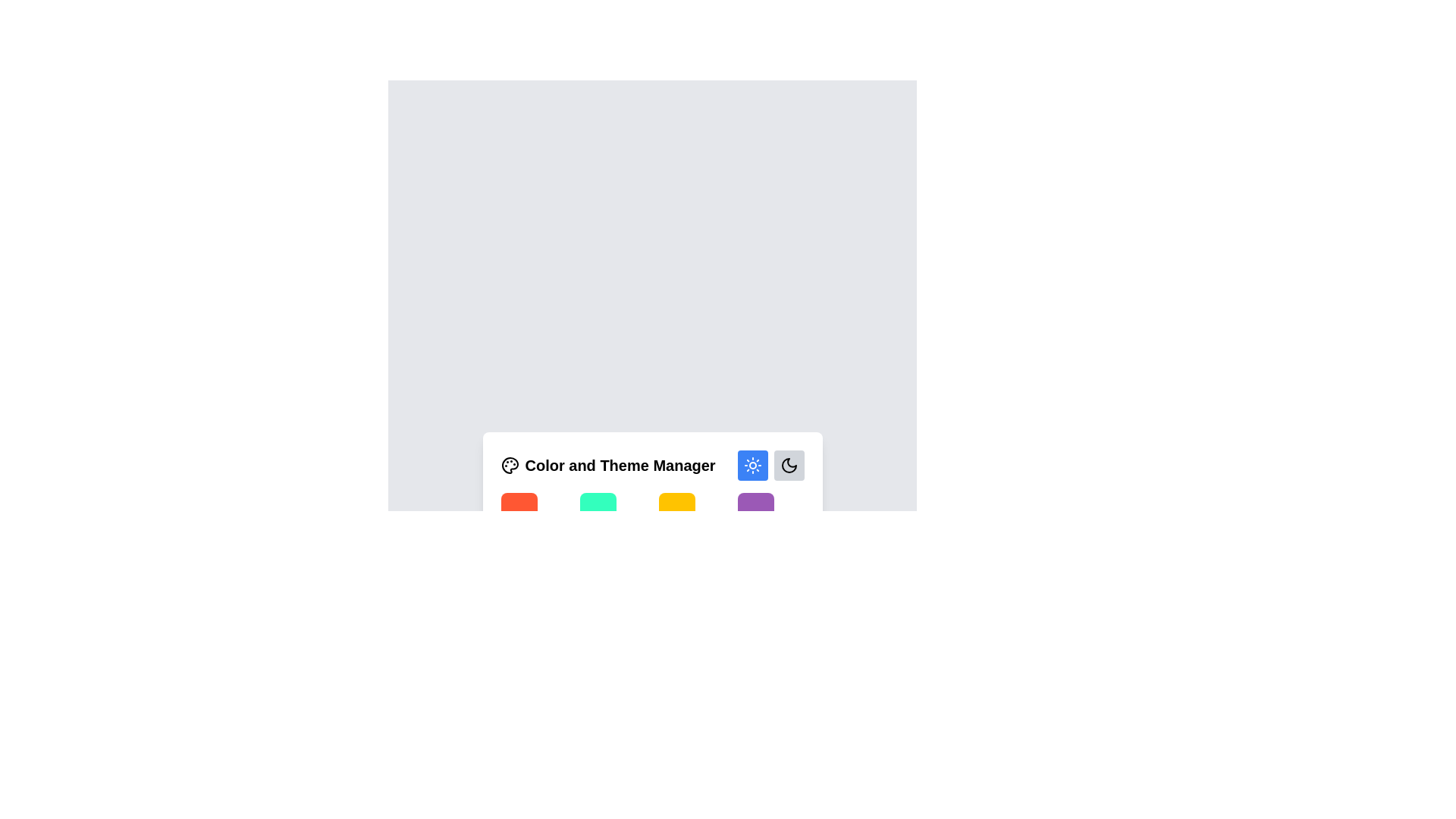  What do you see at coordinates (510, 464) in the screenshot?
I see `the compact icon resembling a painter's palette located on the leftmost side of the header bar labeled 'Color and Theme Manager'` at bounding box center [510, 464].